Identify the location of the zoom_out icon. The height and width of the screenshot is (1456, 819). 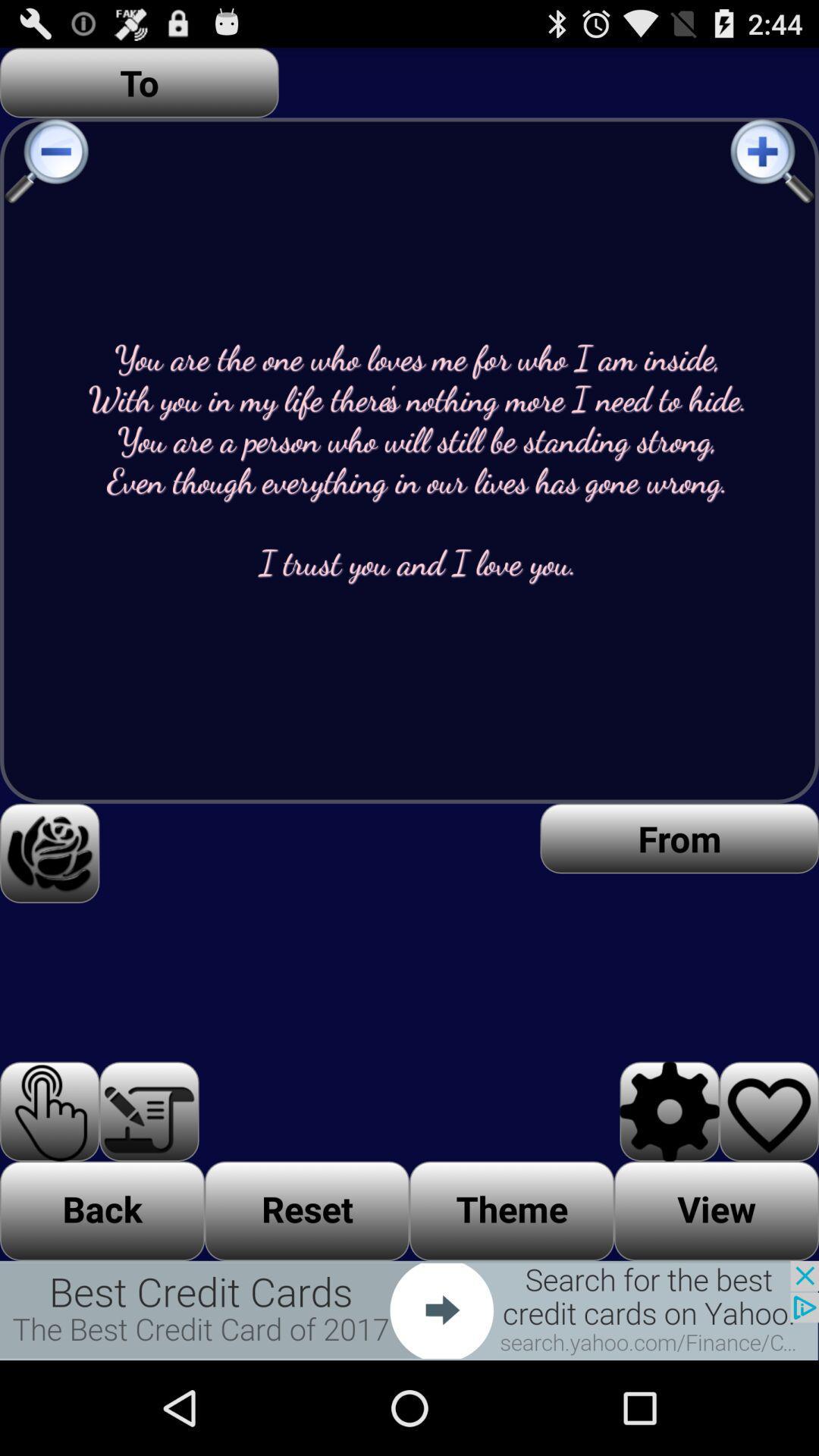
(44, 174).